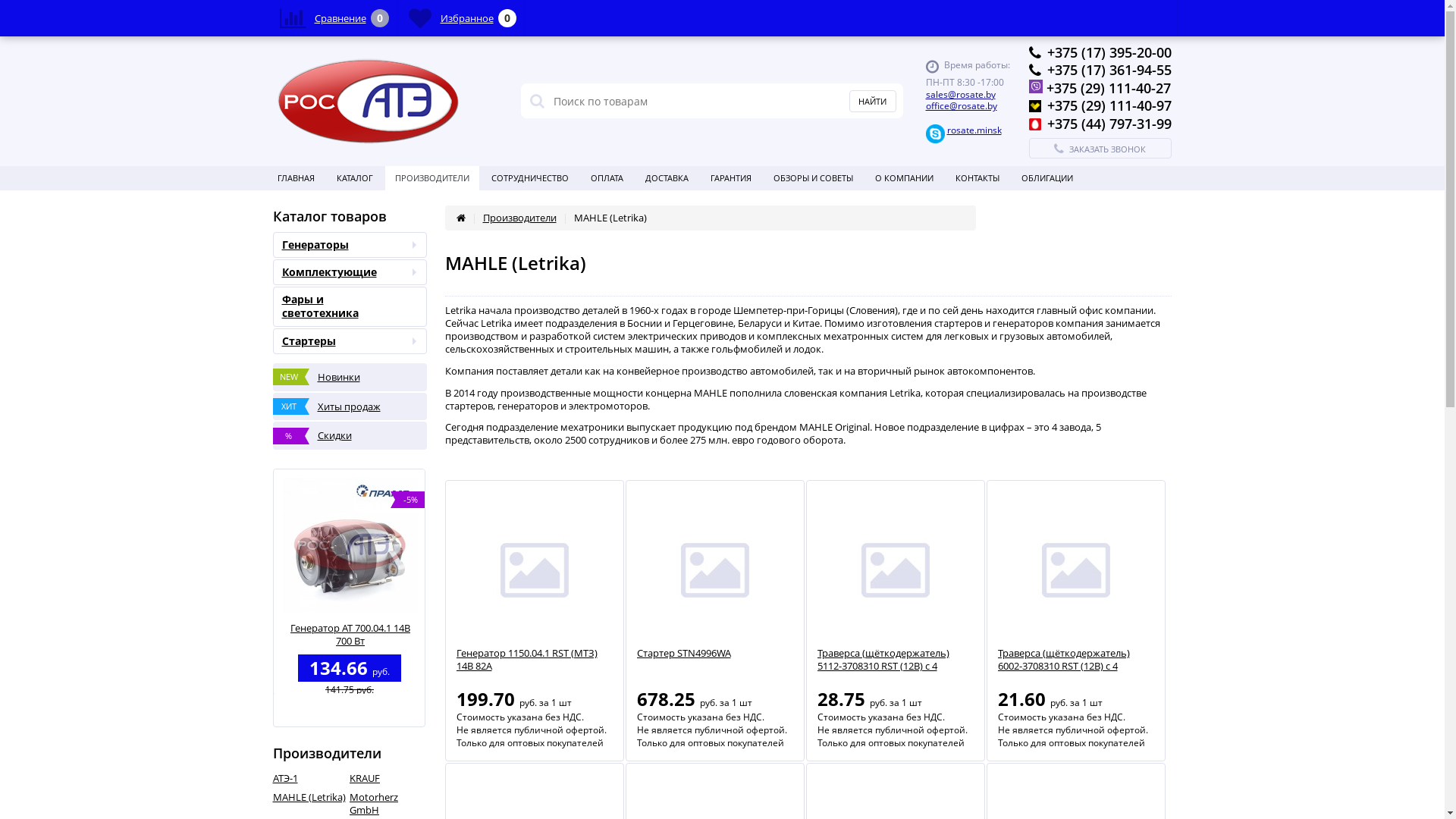  Describe the element at coordinates (1109, 104) in the screenshot. I see `'+375 (29) 111-40-97'` at that location.